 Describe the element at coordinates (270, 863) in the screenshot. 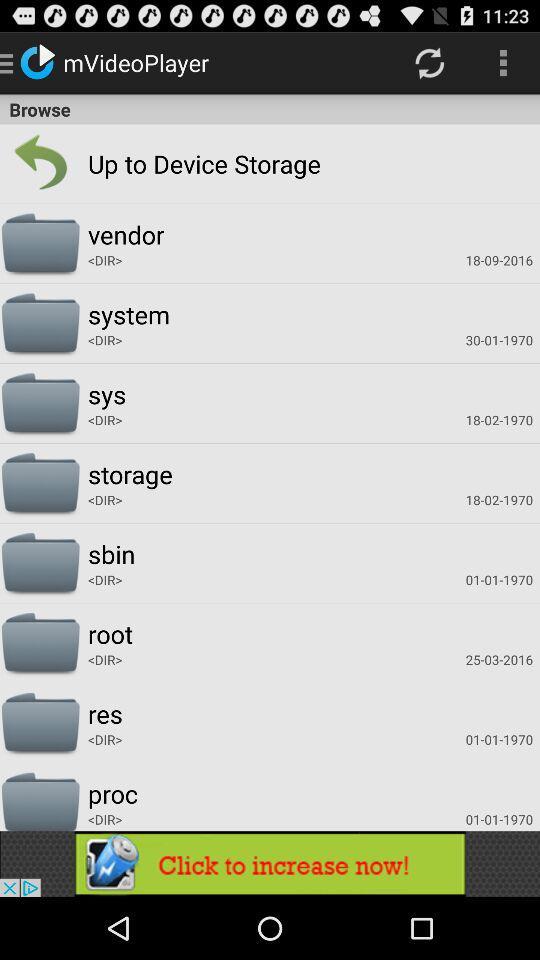

I see `open advertisement` at that location.